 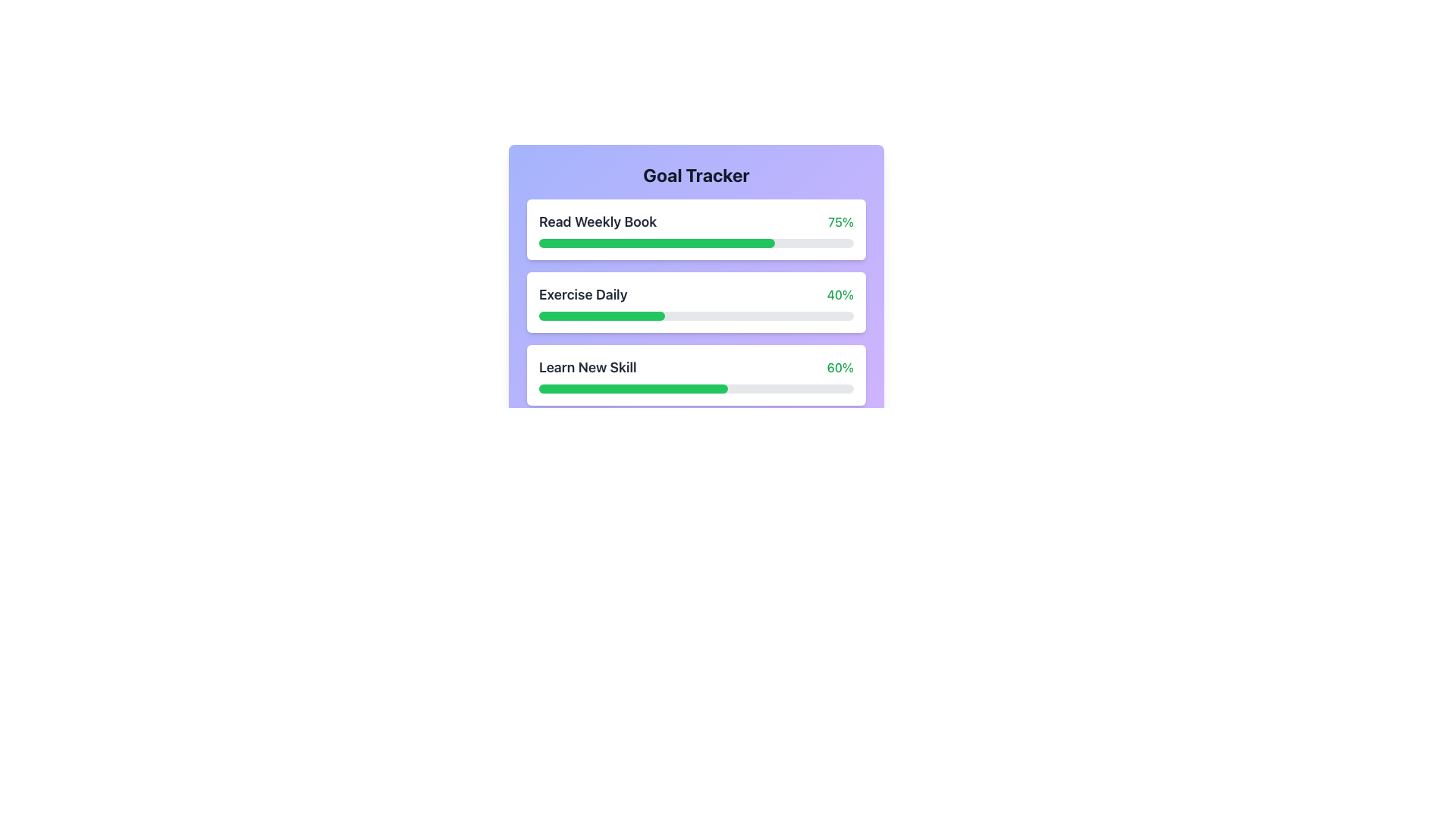 I want to click on the progress bar located below the text 'Read Weekly Book' and to the left of the percentage indicator '75%', styled with a light gray background and rounded edges, so click(x=695, y=242).